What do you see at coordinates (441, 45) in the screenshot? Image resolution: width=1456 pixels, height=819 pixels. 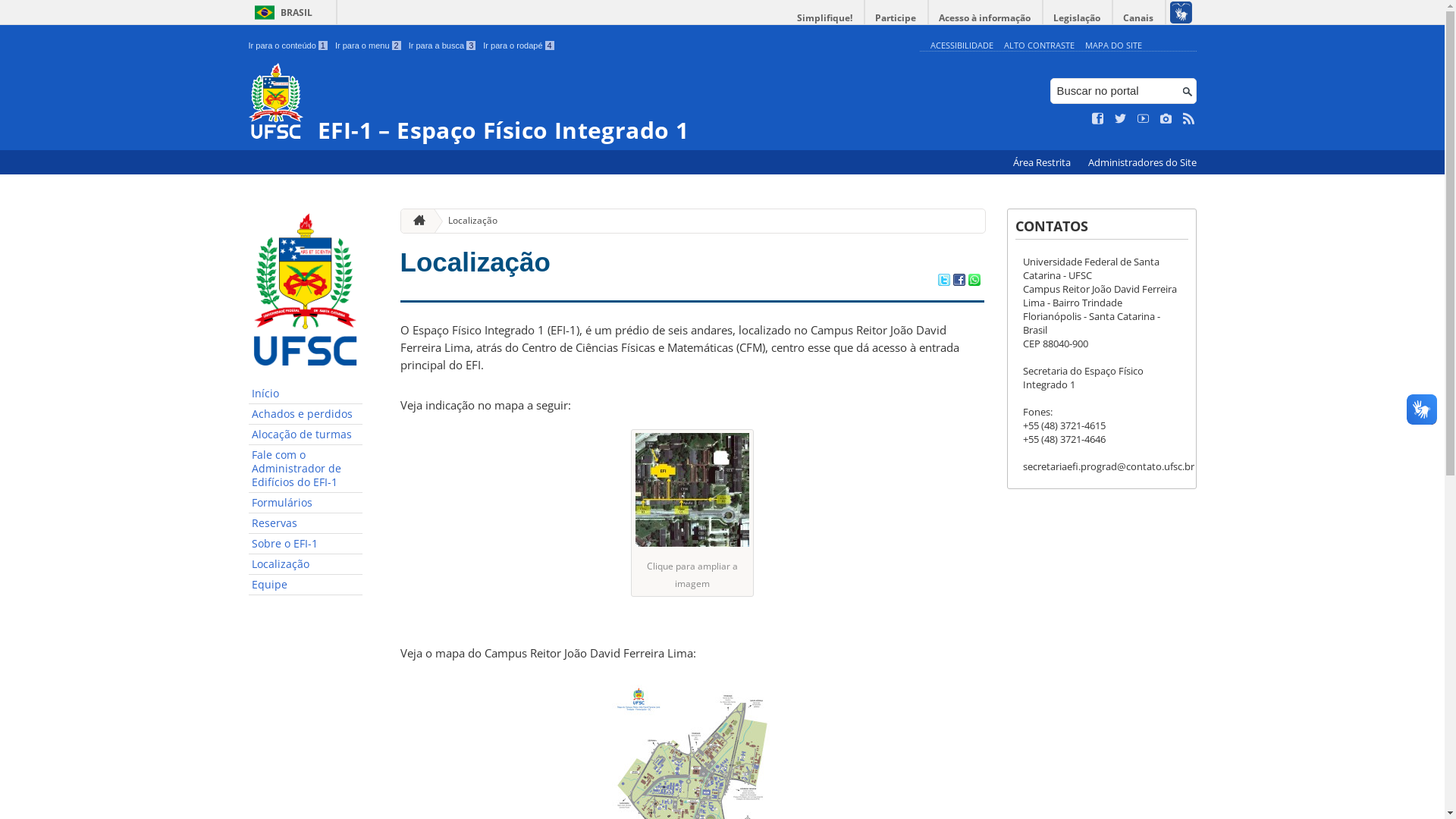 I see `'Ir para a busca 3'` at bounding box center [441, 45].